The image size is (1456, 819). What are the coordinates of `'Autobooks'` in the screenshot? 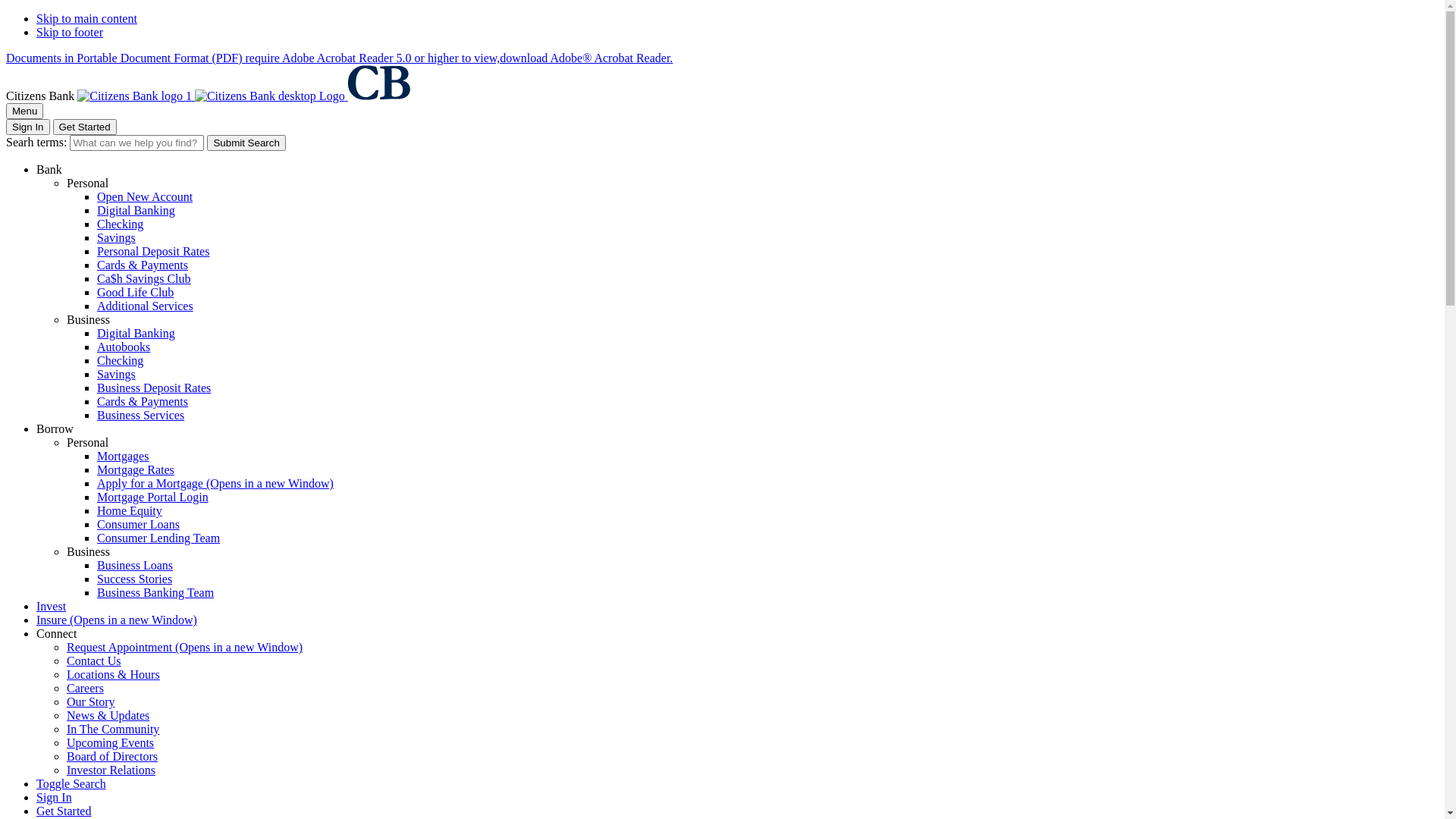 It's located at (124, 347).